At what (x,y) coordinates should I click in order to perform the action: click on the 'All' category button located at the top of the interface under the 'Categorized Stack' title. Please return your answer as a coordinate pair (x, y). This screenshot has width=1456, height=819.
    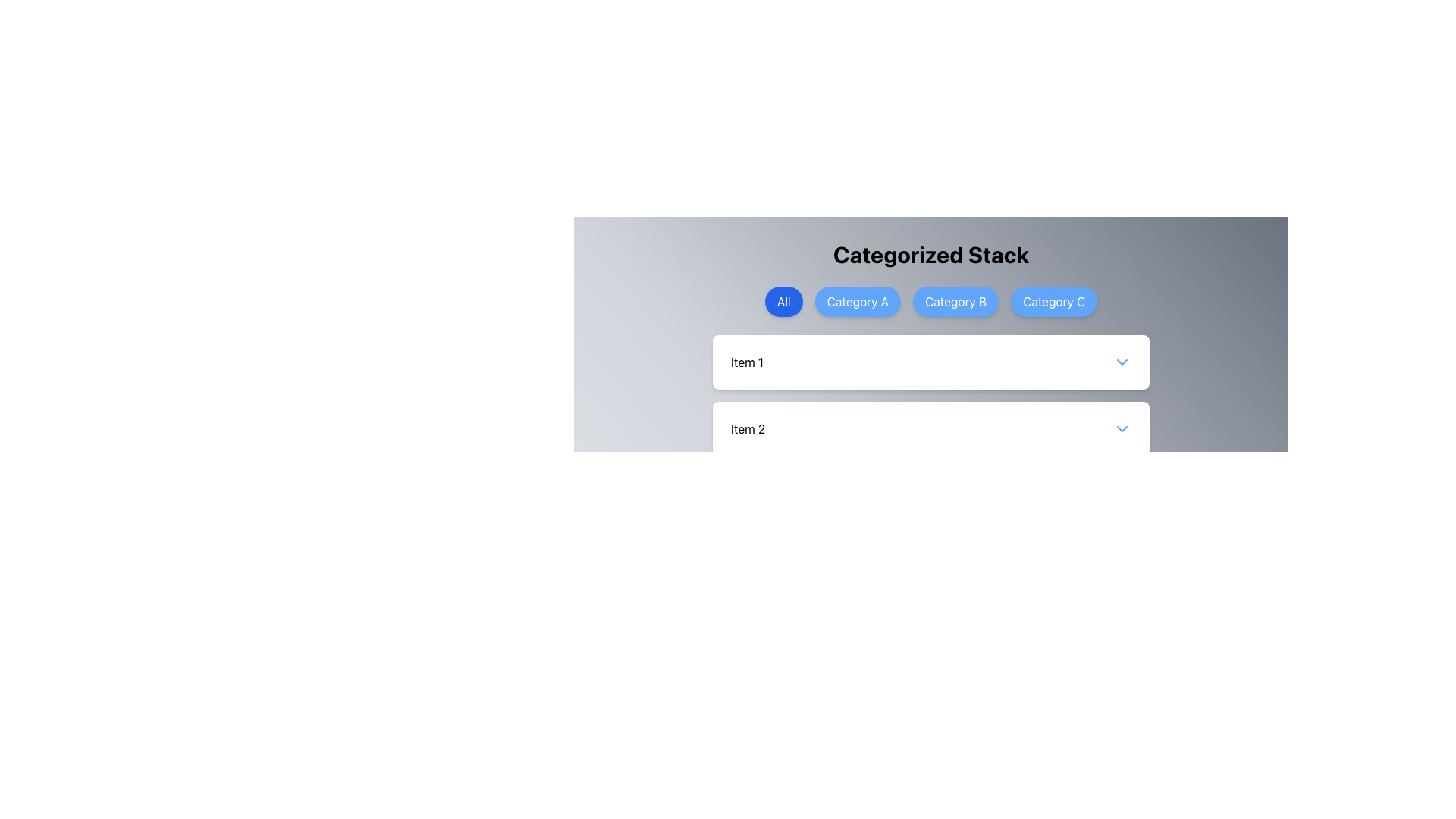
    Looking at the image, I should click on (783, 301).